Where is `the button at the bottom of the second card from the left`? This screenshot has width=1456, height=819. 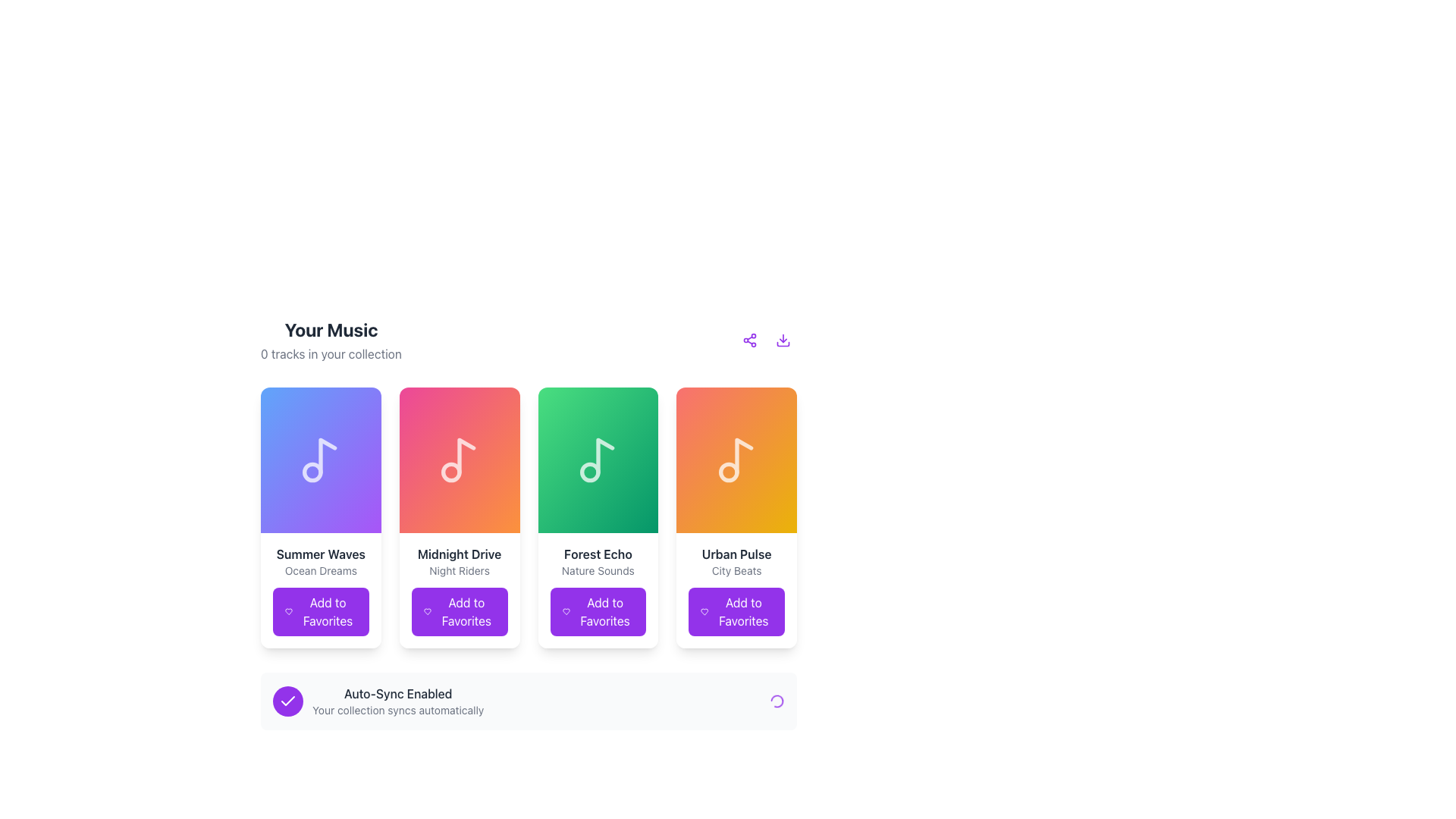
the button at the bottom of the second card from the left is located at coordinates (458, 610).